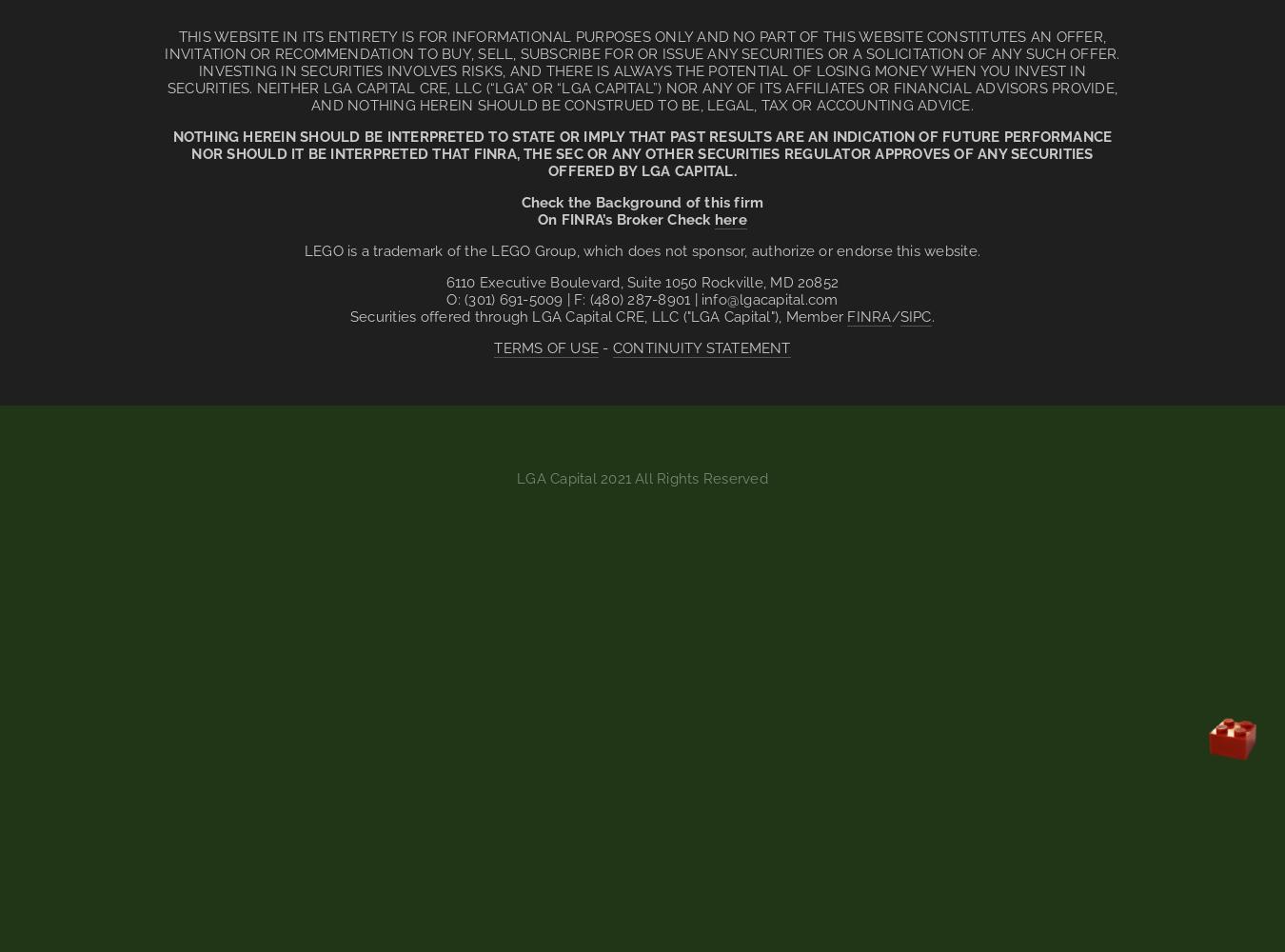 This screenshot has width=1285, height=952. I want to click on 'TERMS OF USE', so click(546, 347).